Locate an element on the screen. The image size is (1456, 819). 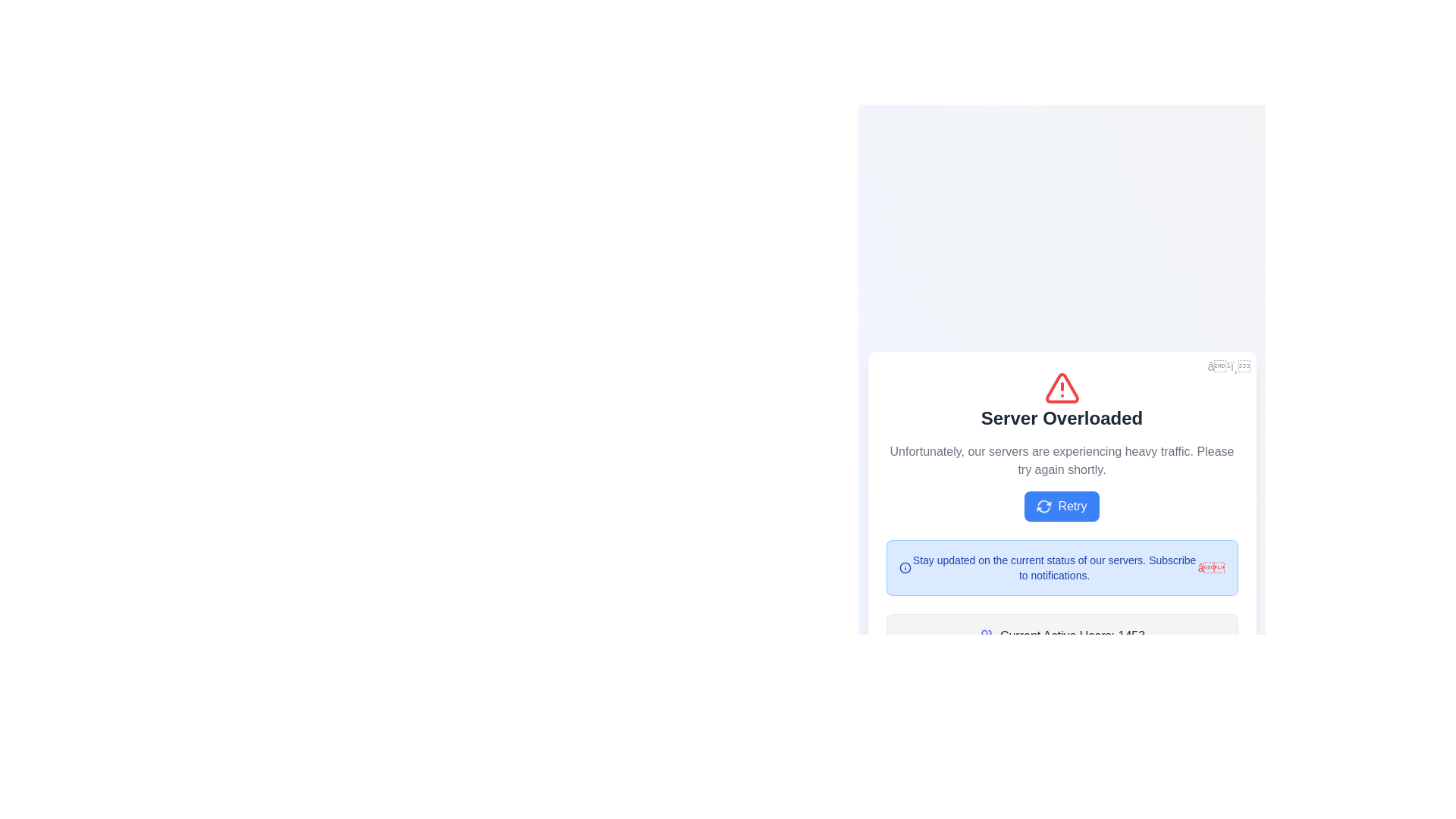
notification header text indicating the server overload status, which is located below a red warning icon and above the description text is located at coordinates (1061, 418).